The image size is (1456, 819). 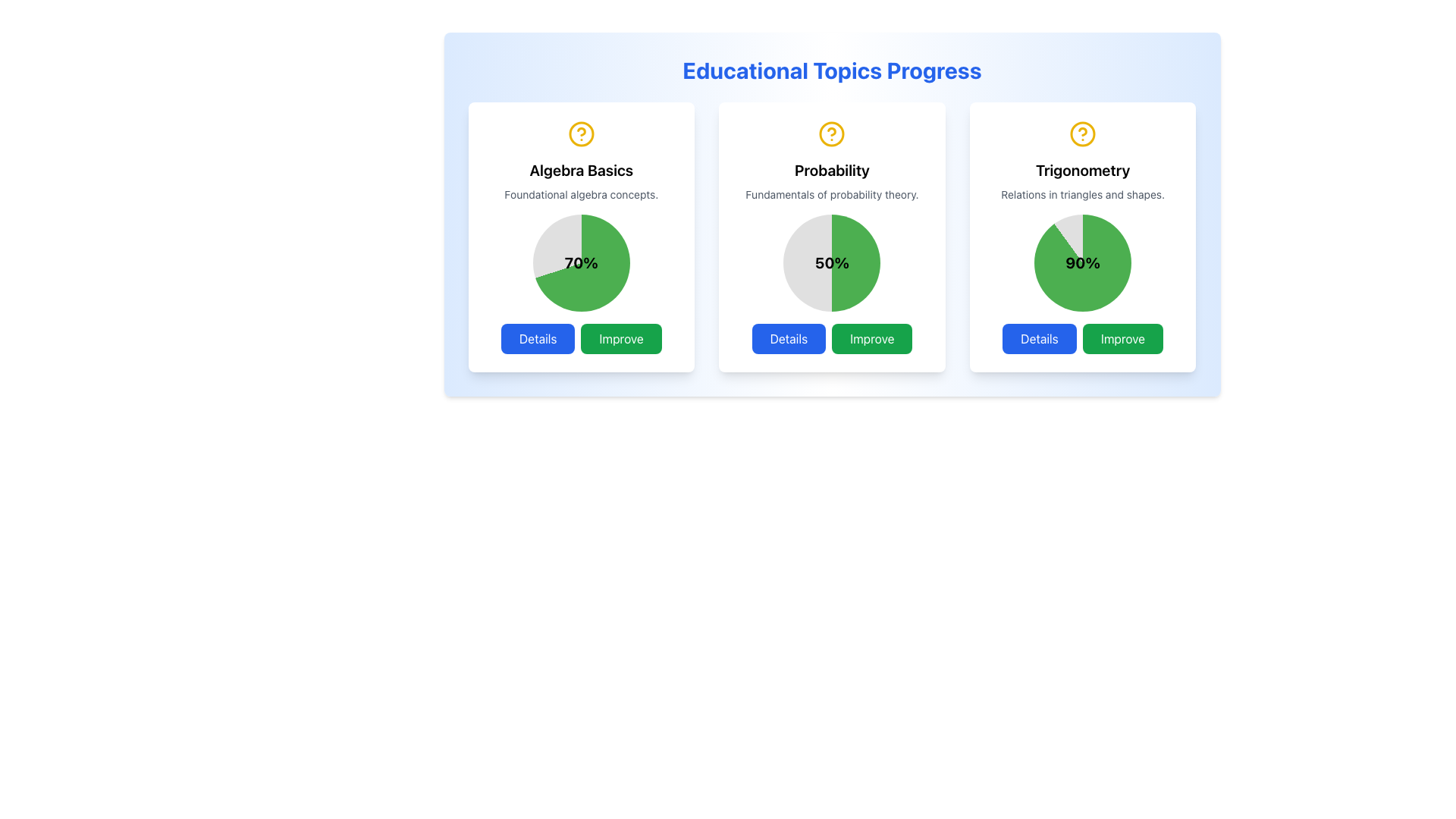 What do you see at coordinates (580, 262) in the screenshot?
I see `progress value displayed in the Text Label indicating 70% completion for the 'Algebra Basics' task, located at the center of the circular progress indicator` at bounding box center [580, 262].